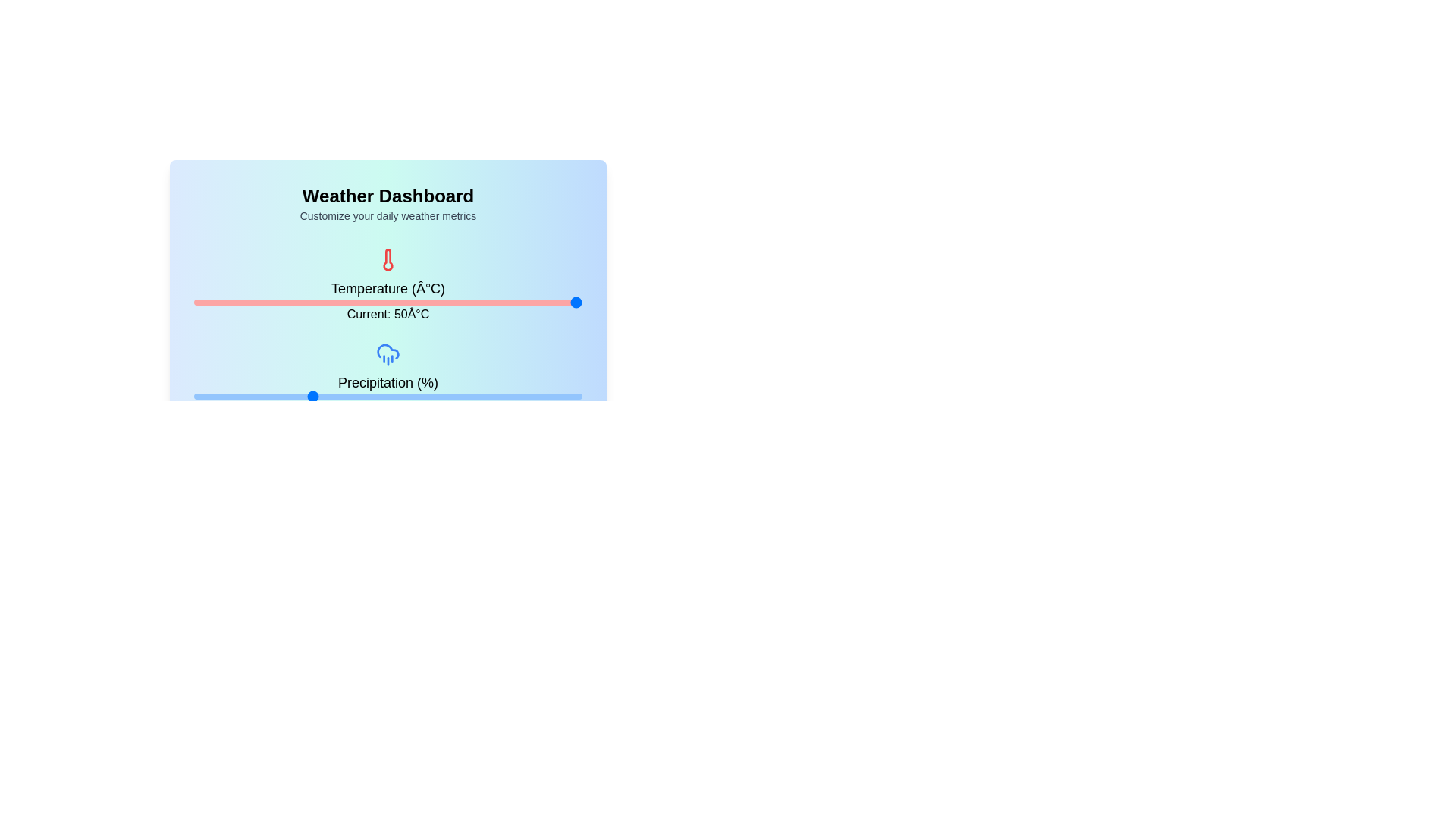 The height and width of the screenshot is (819, 1456). Describe the element at coordinates (226, 302) in the screenshot. I see `temperature` at that location.